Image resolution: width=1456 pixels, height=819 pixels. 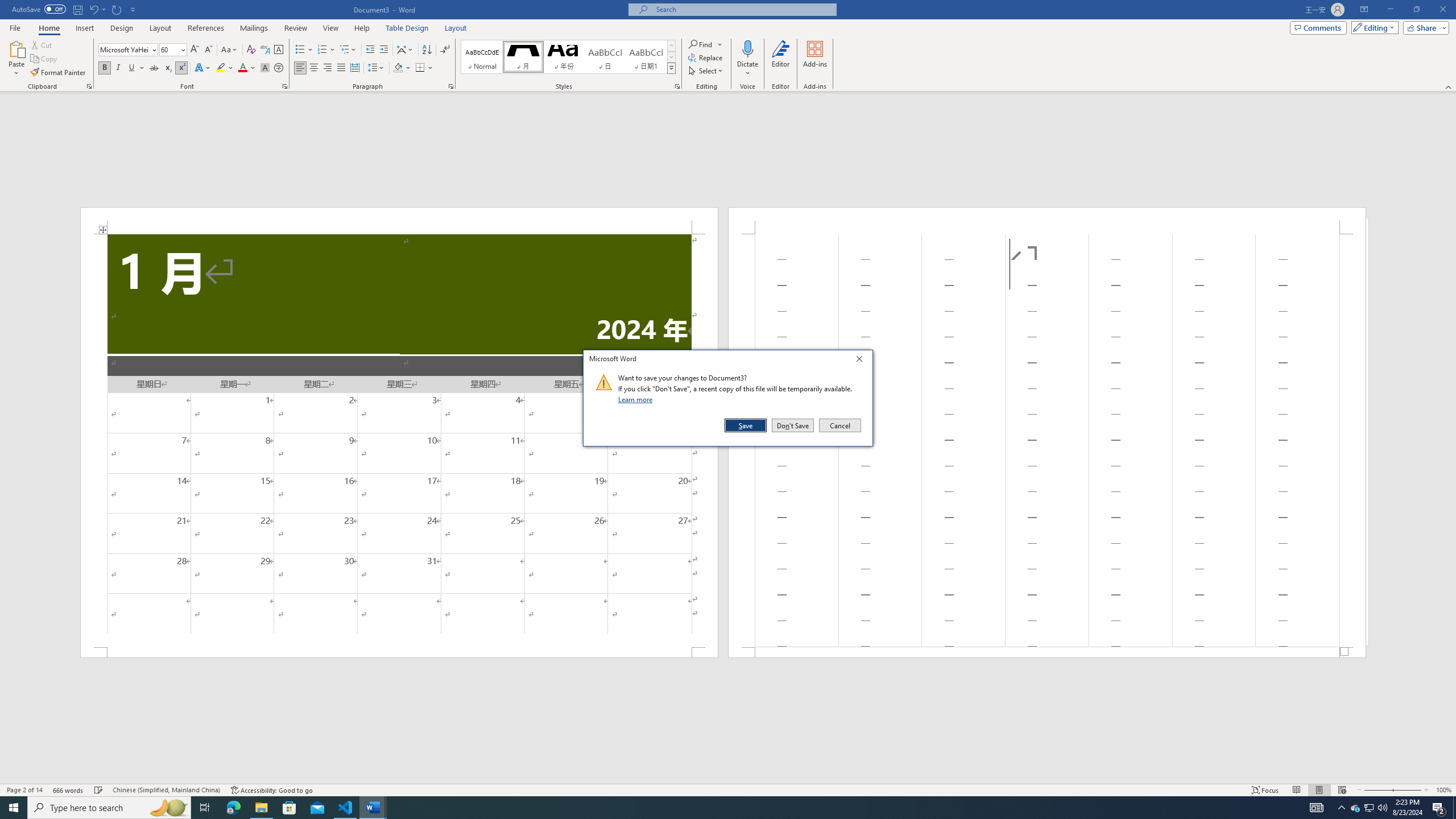 What do you see at coordinates (242, 67) in the screenshot?
I see `'Font Color RGB(255, 0, 0)'` at bounding box center [242, 67].